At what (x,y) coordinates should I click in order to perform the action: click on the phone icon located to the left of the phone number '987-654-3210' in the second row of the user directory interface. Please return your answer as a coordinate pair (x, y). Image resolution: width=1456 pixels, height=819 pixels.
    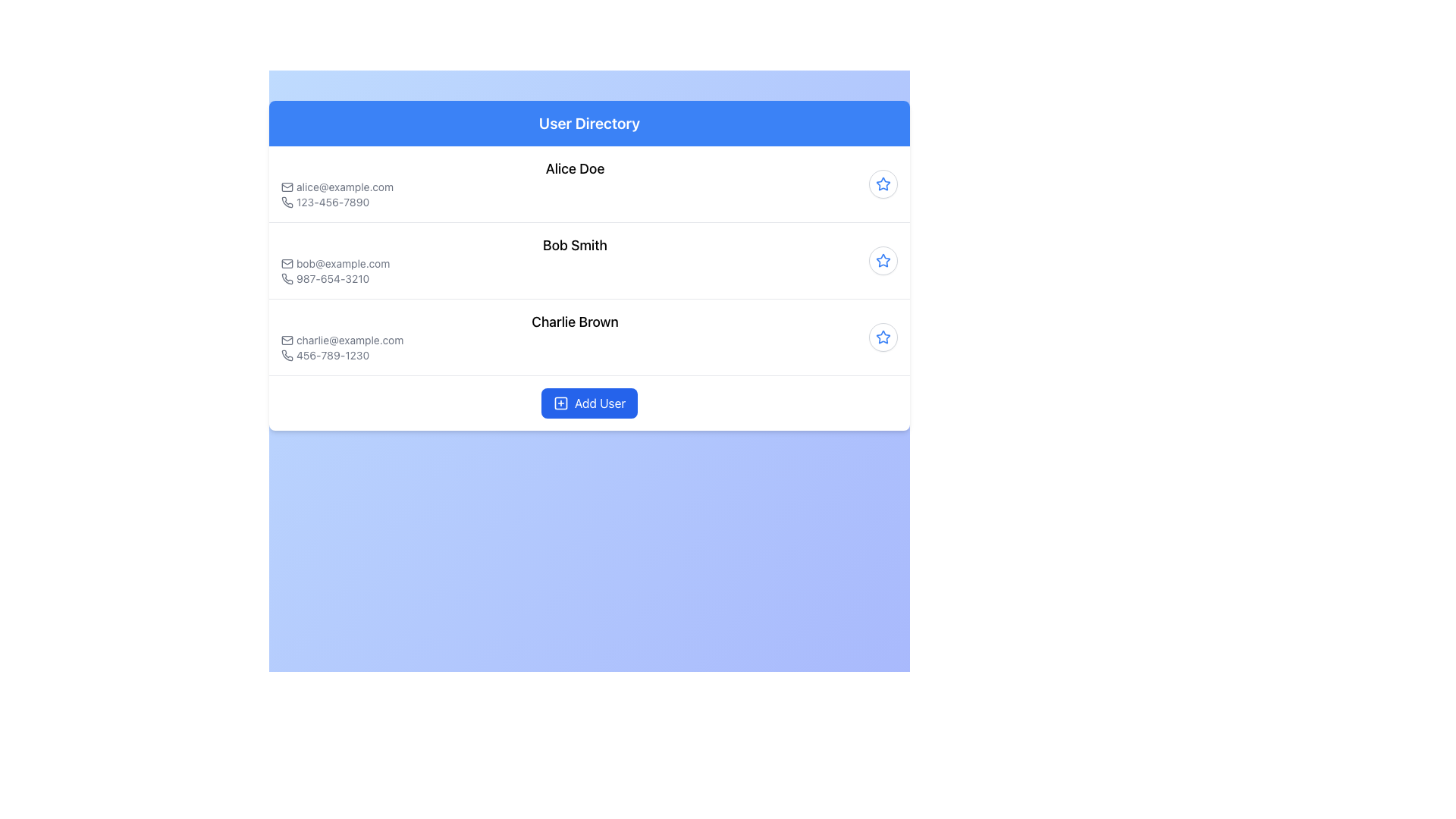
    Looking at the image, I should click on (287, 278).